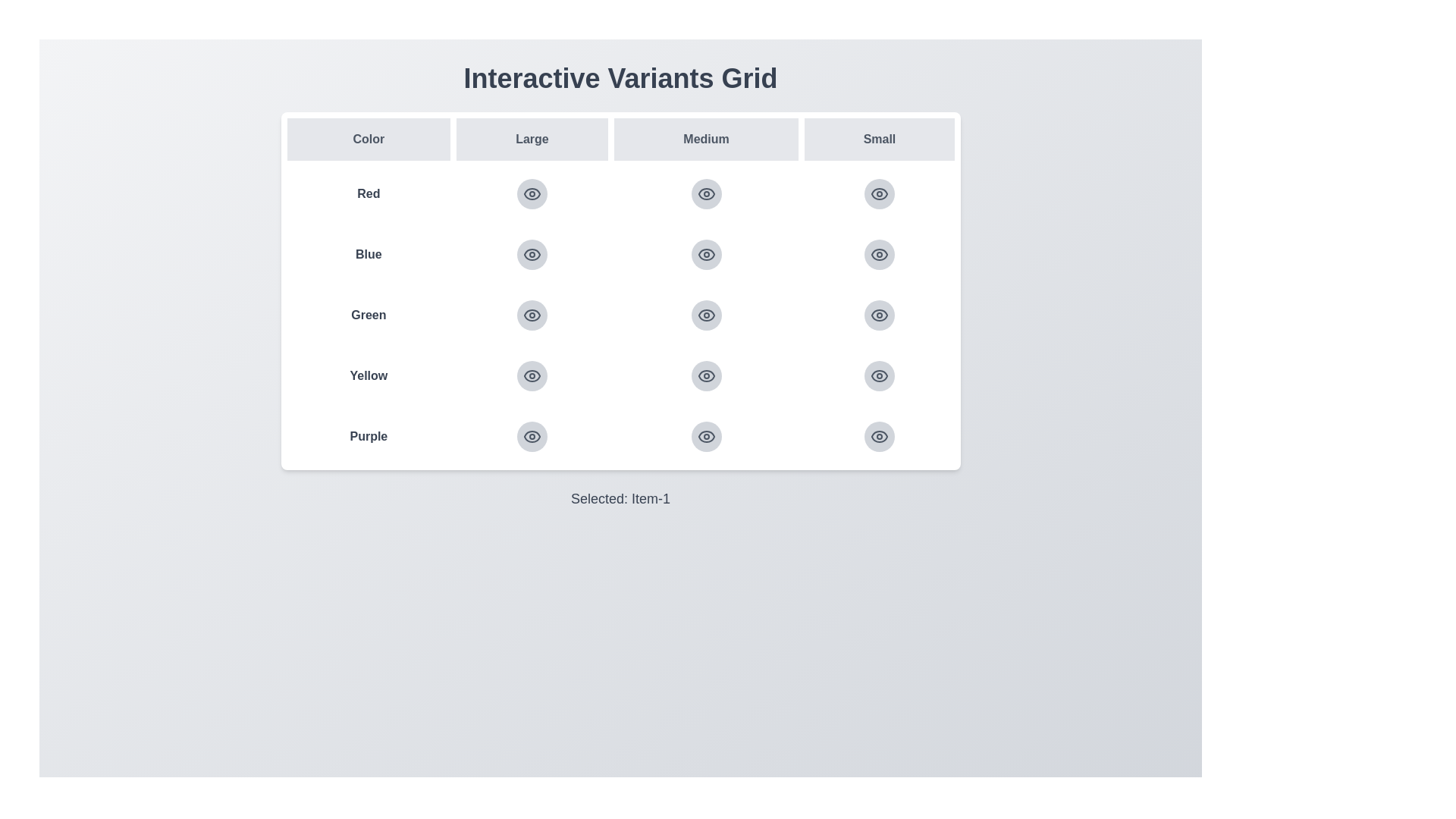 This screenshot has width=1456, height=819. Describe the element at coordinates (705, 436) in the screenshot. I see `the Button with an eye icon located in the last row labeled 'Purple' under the column 'Medium'` at that location.